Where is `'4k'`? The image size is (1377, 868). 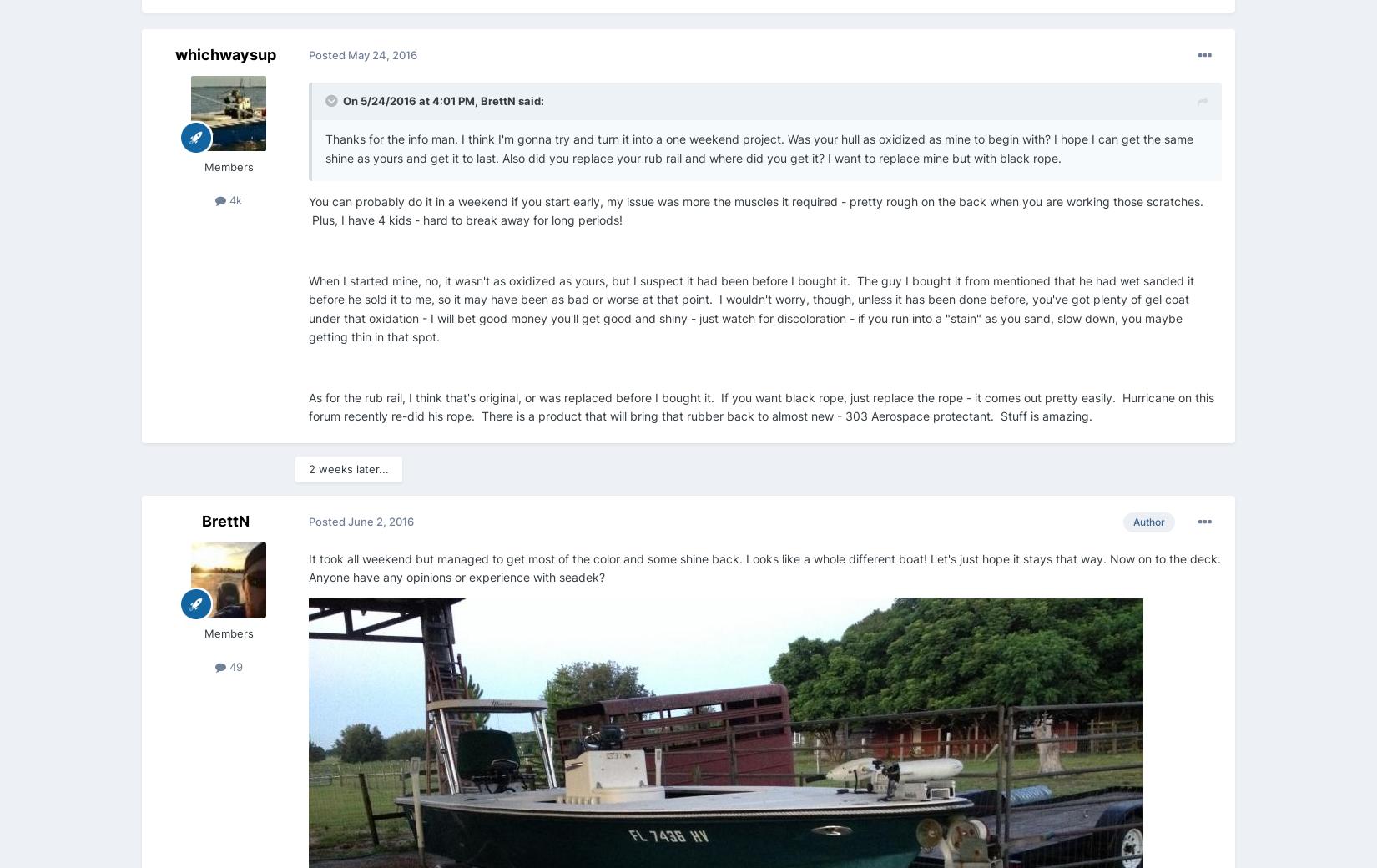
'4k' is located at coordinates (234, 200).